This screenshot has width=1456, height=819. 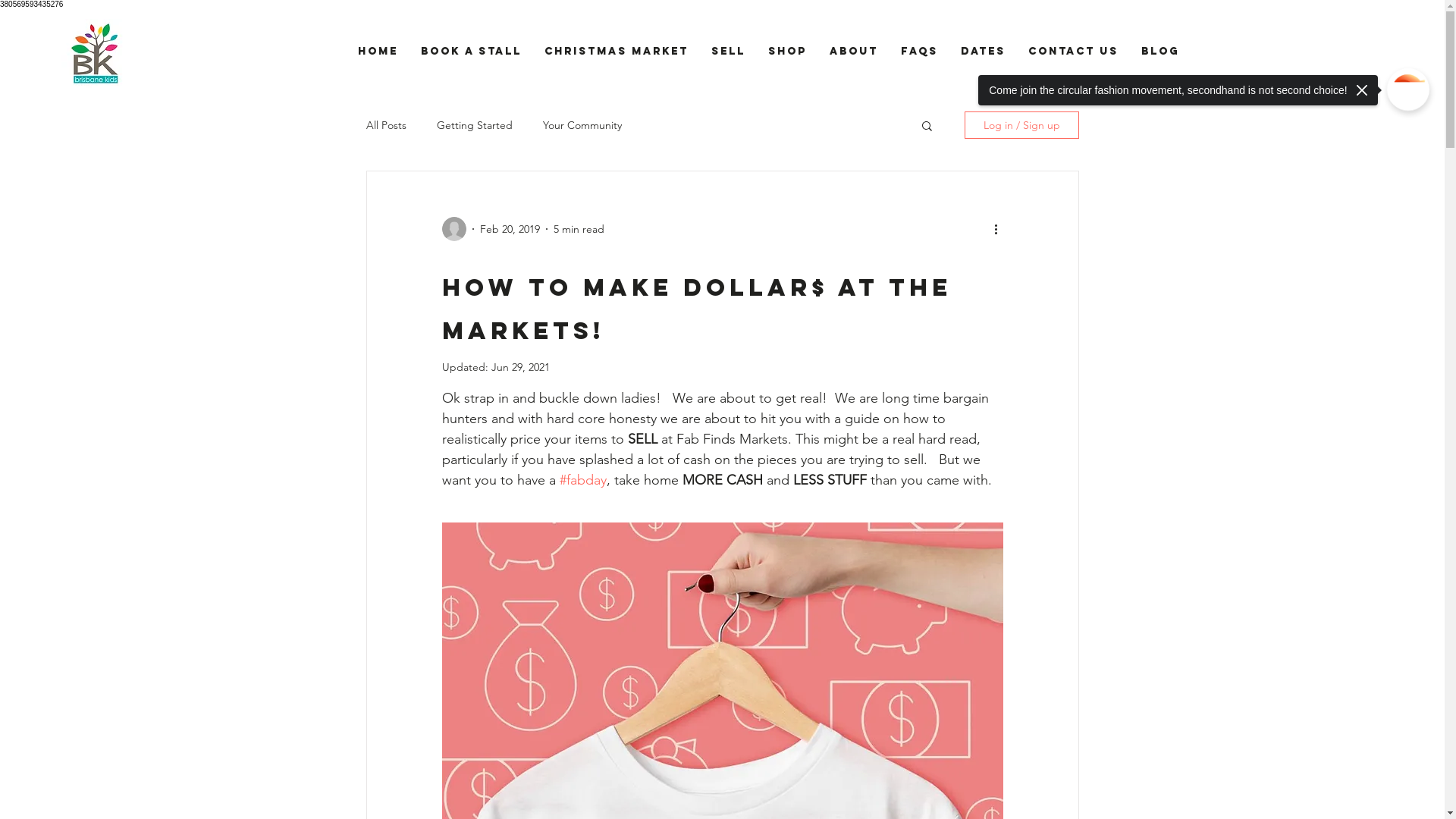 What do you see at coordinates (1072, 51) in the screenshot?
I see `'Contact Us'` at bounding box center [1072, 51].